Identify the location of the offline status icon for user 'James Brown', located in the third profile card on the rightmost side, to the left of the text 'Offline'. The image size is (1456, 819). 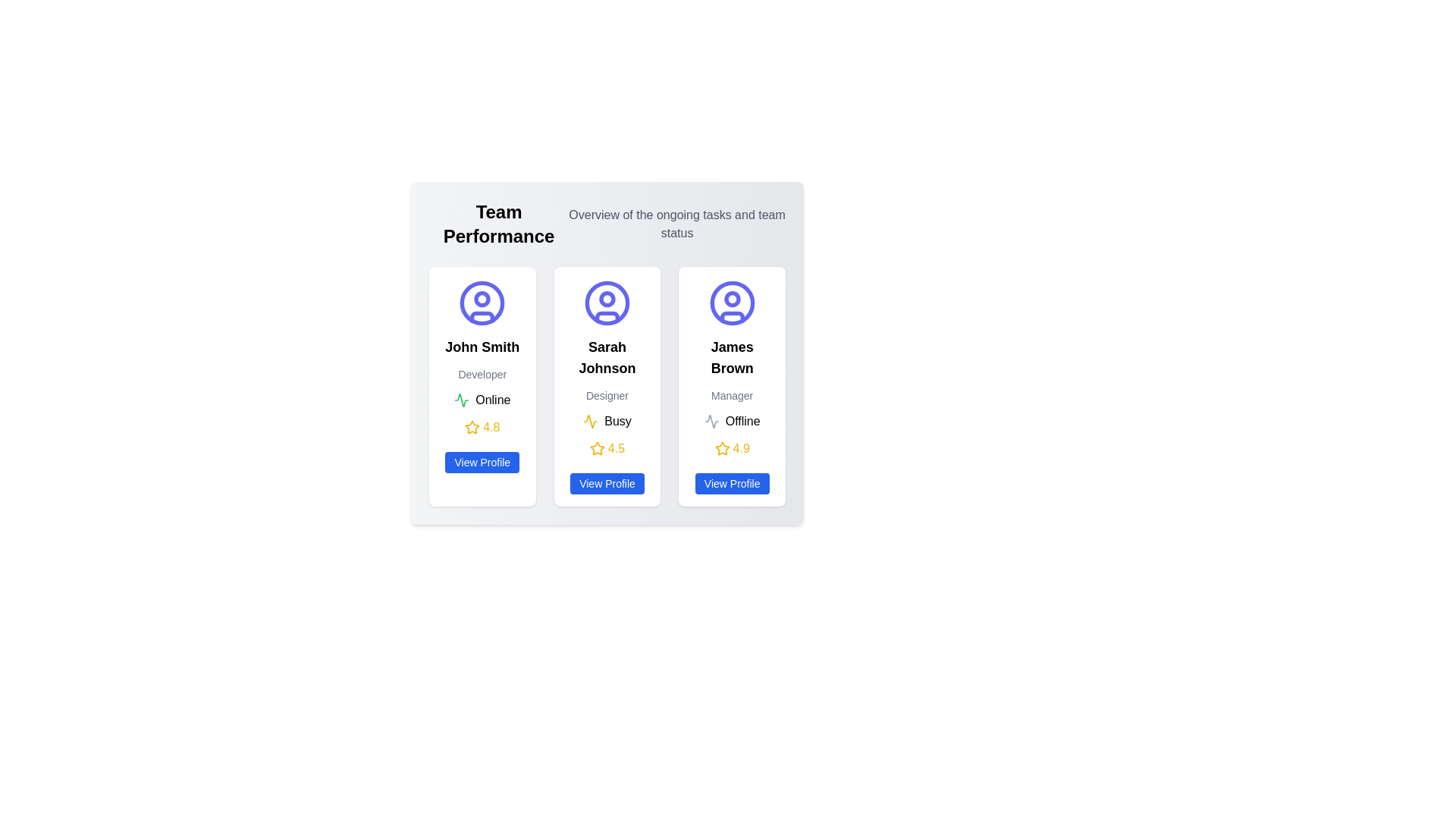
(711, 421).